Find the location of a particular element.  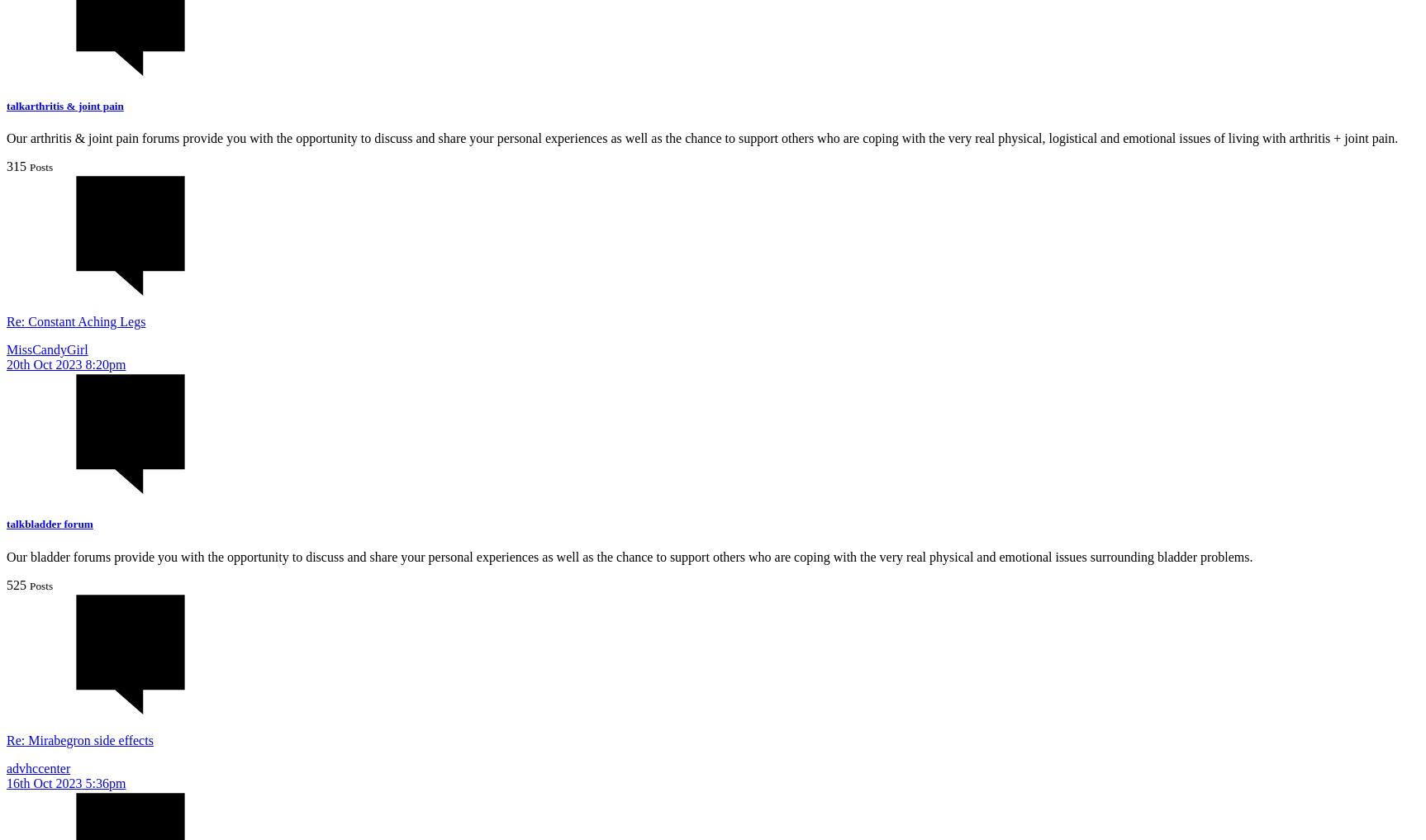

'Re: Constant Aching Legs' is located at coordinates (74, 320).